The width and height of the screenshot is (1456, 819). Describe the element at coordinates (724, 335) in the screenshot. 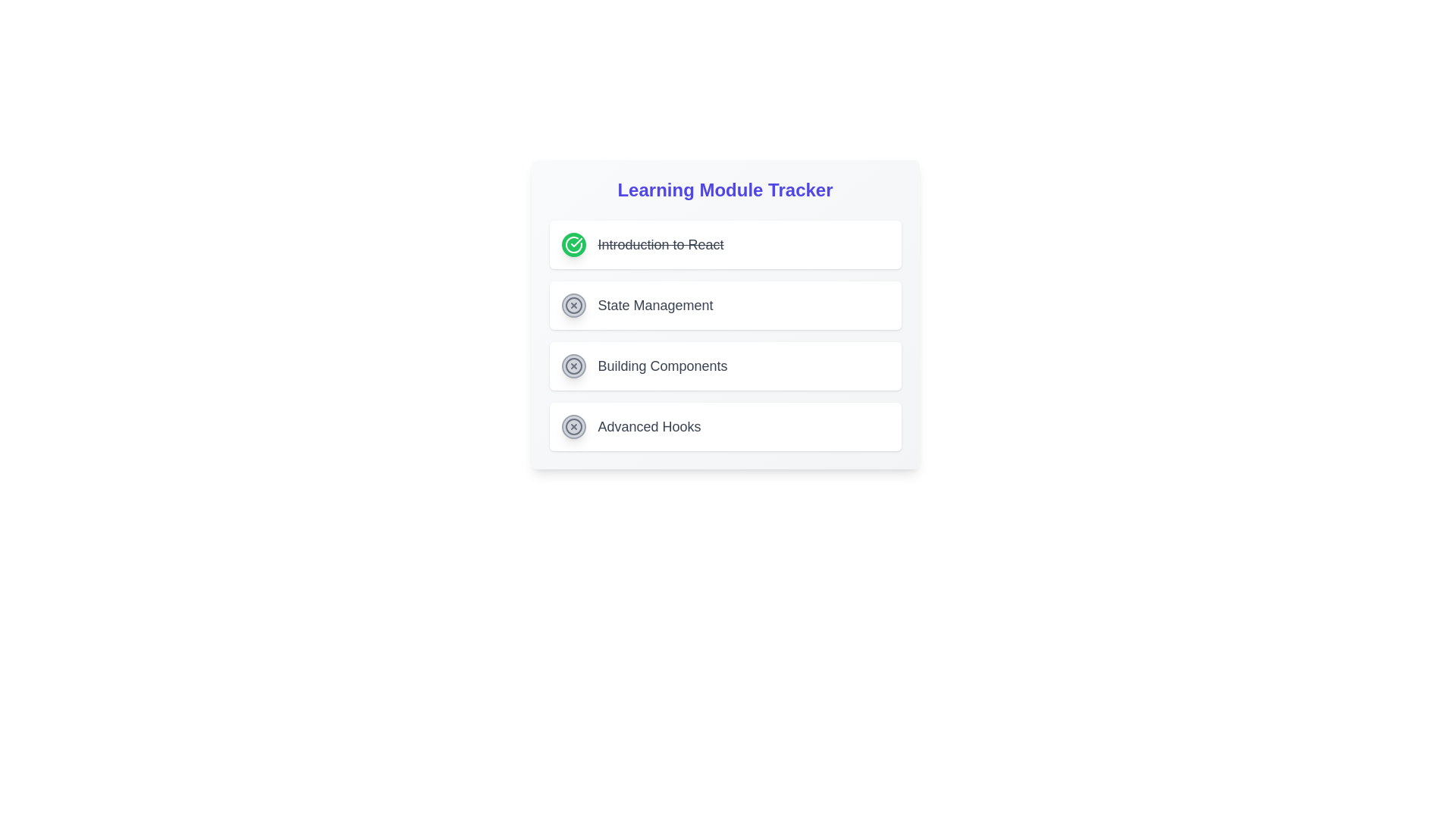

I see `the third module item in the course tracker labeled 'Building Components', which is part of a vertically stacked list under the title 'Learning Module Tracker'` at that location.